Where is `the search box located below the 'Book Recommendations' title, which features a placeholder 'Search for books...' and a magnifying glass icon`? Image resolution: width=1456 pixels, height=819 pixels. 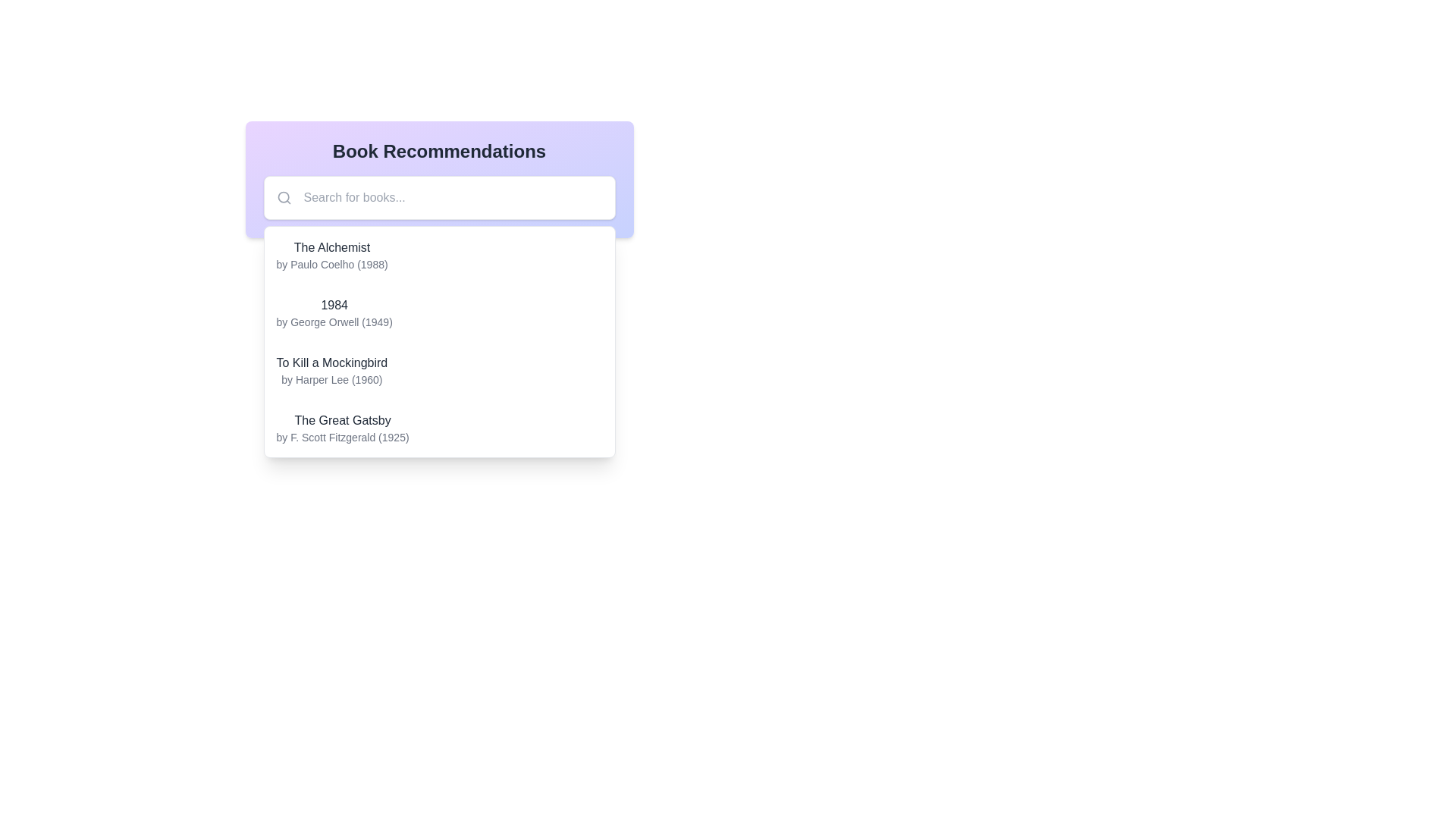
the search box located below the 'Book Recommendations' title, which features a placeholder 'Search for books...' and a magnifying glass icon is located at coordinates (438, 178).